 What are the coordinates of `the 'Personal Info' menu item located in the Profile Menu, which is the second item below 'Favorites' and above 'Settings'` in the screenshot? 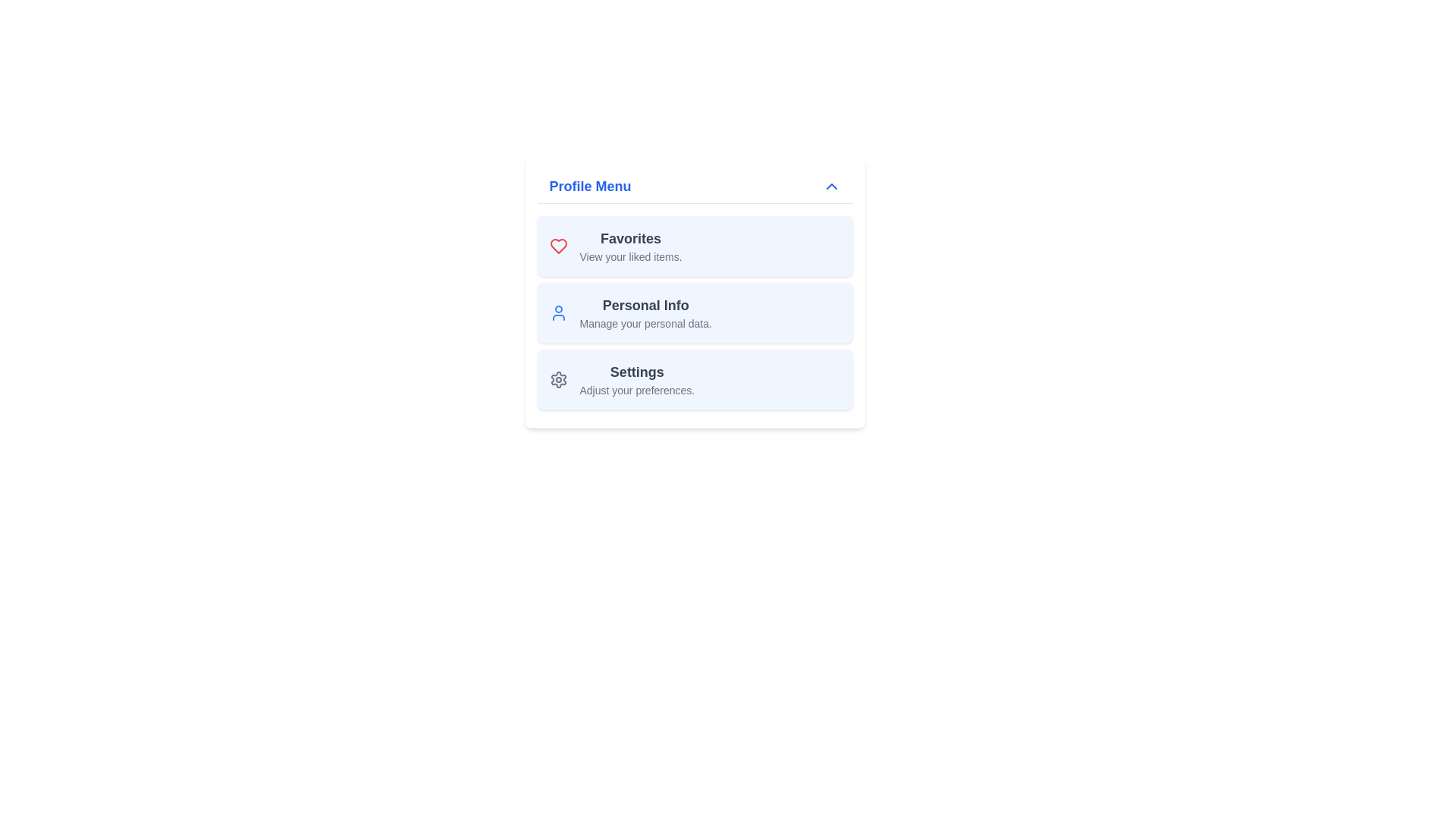 It's located at (694, 293).